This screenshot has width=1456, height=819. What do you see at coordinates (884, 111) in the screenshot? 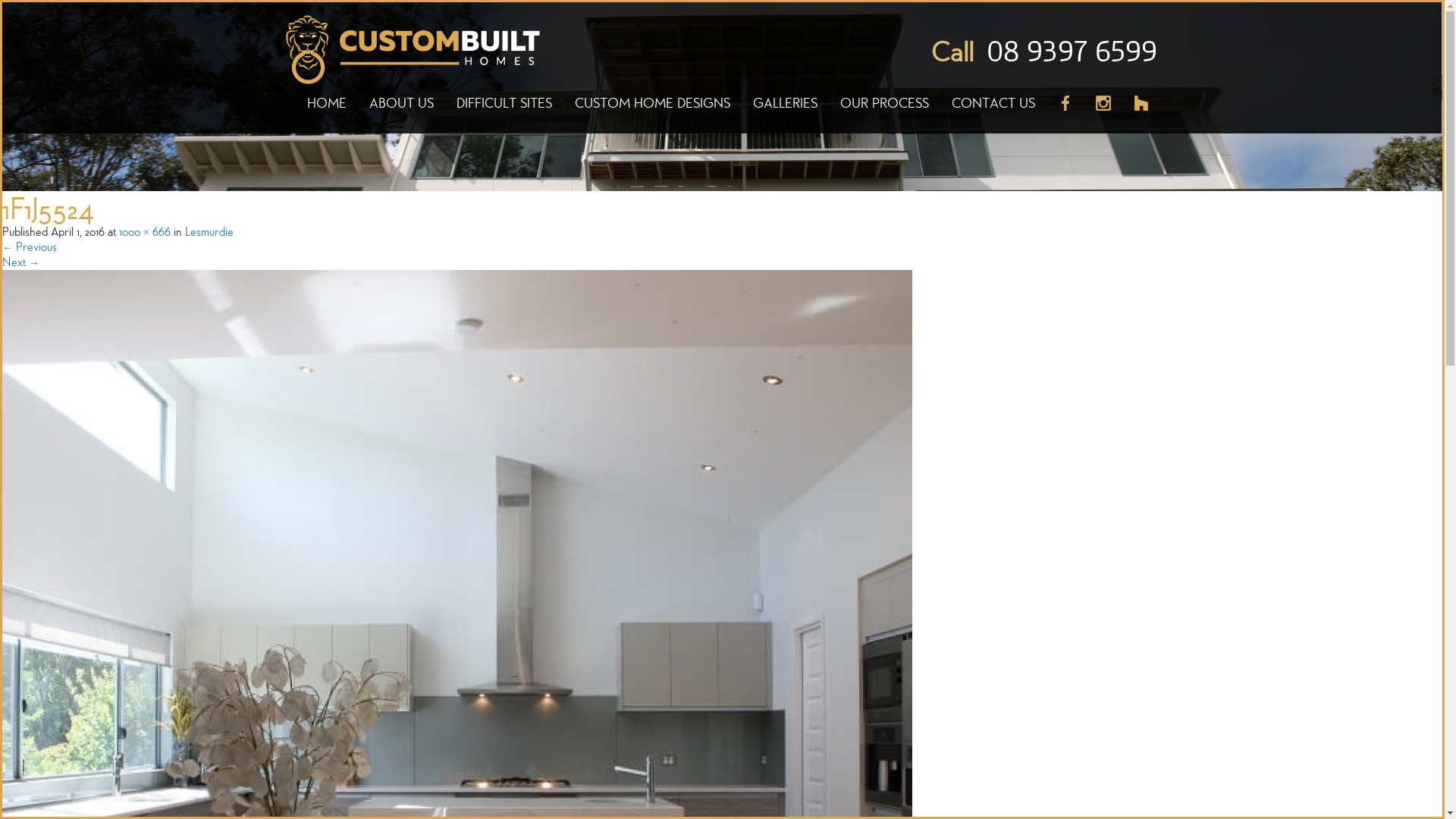
I see `'OUR PROCESS'` at bounding box center [884, 111].